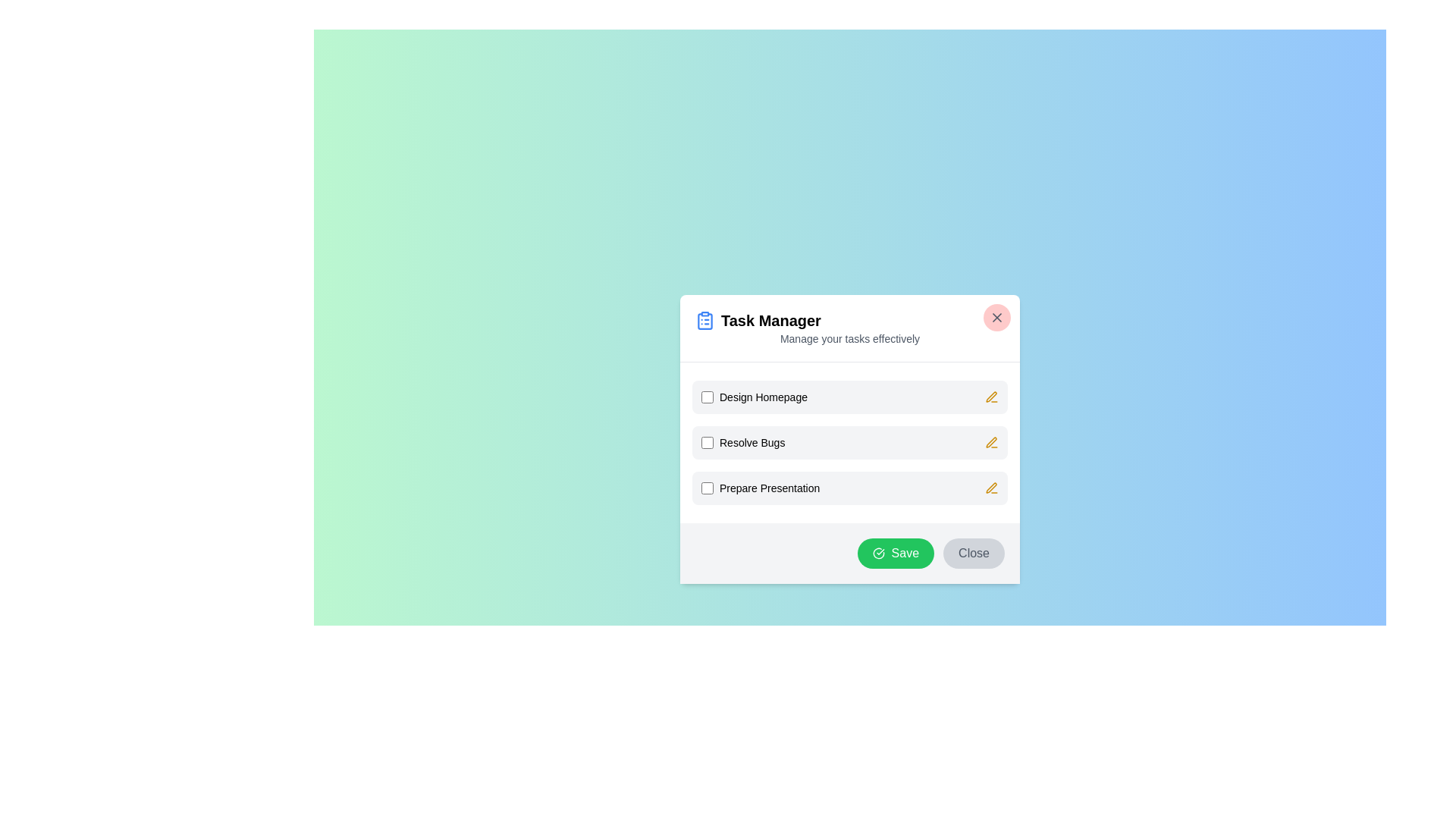  I want to click on the close button located at the top-right corner of the task management panel, so click(997, 315).